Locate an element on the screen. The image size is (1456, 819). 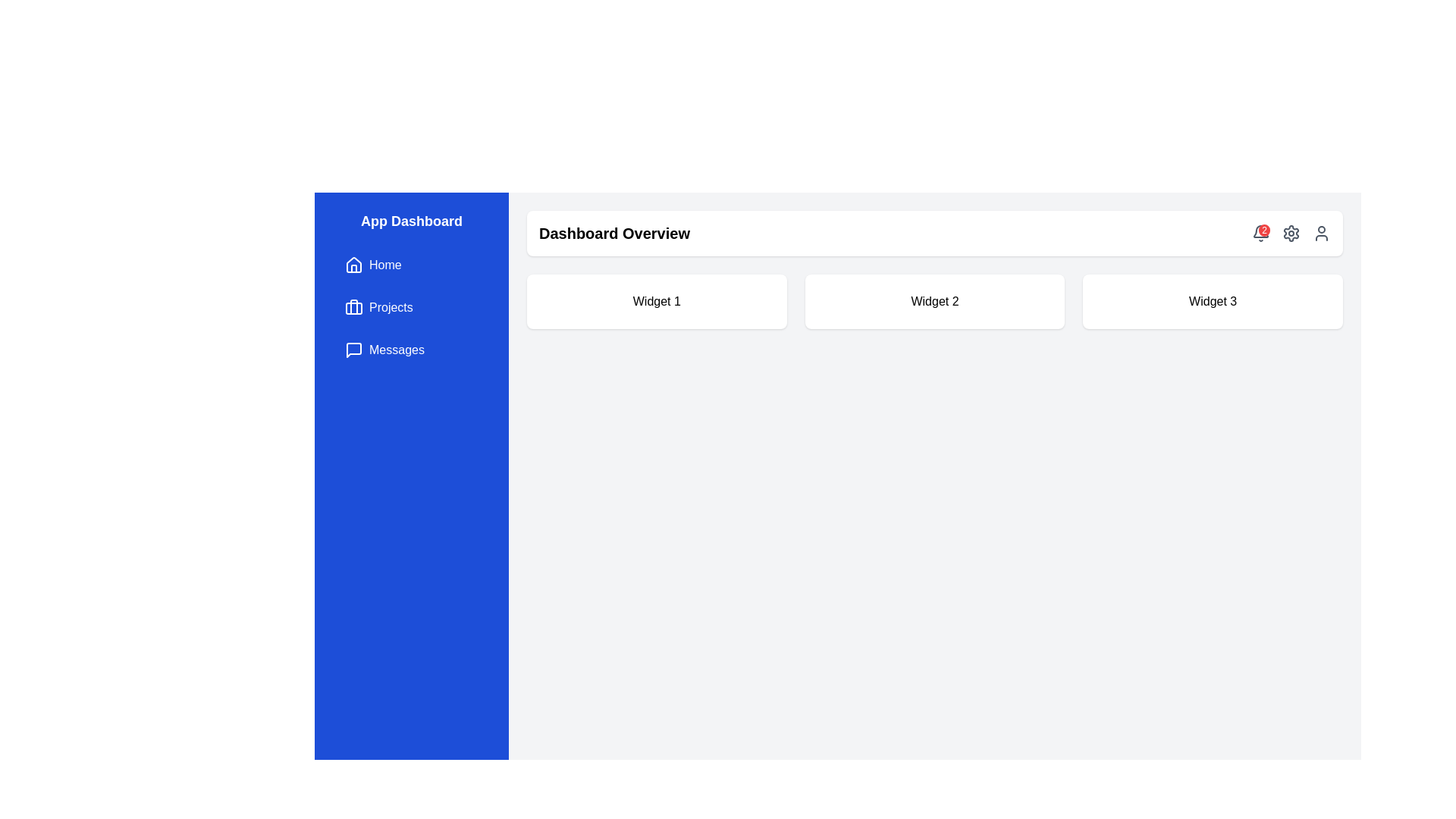
the 'Home' menu item button located in the left-side navigation bar is located at coordinates (373, 265).